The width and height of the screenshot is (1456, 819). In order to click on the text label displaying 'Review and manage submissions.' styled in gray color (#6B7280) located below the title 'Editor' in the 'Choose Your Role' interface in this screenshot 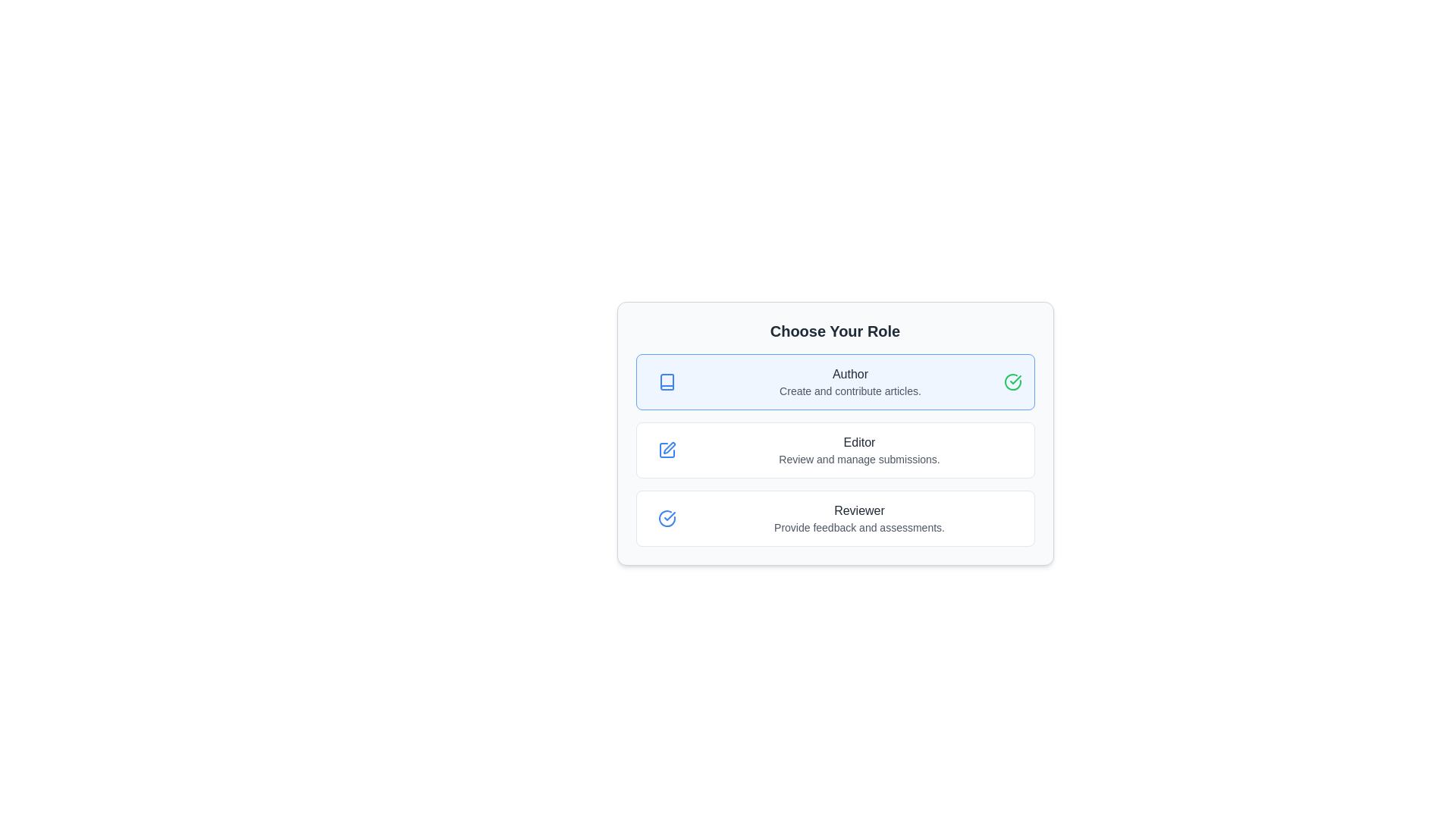, I will do `click(859, 458)`.